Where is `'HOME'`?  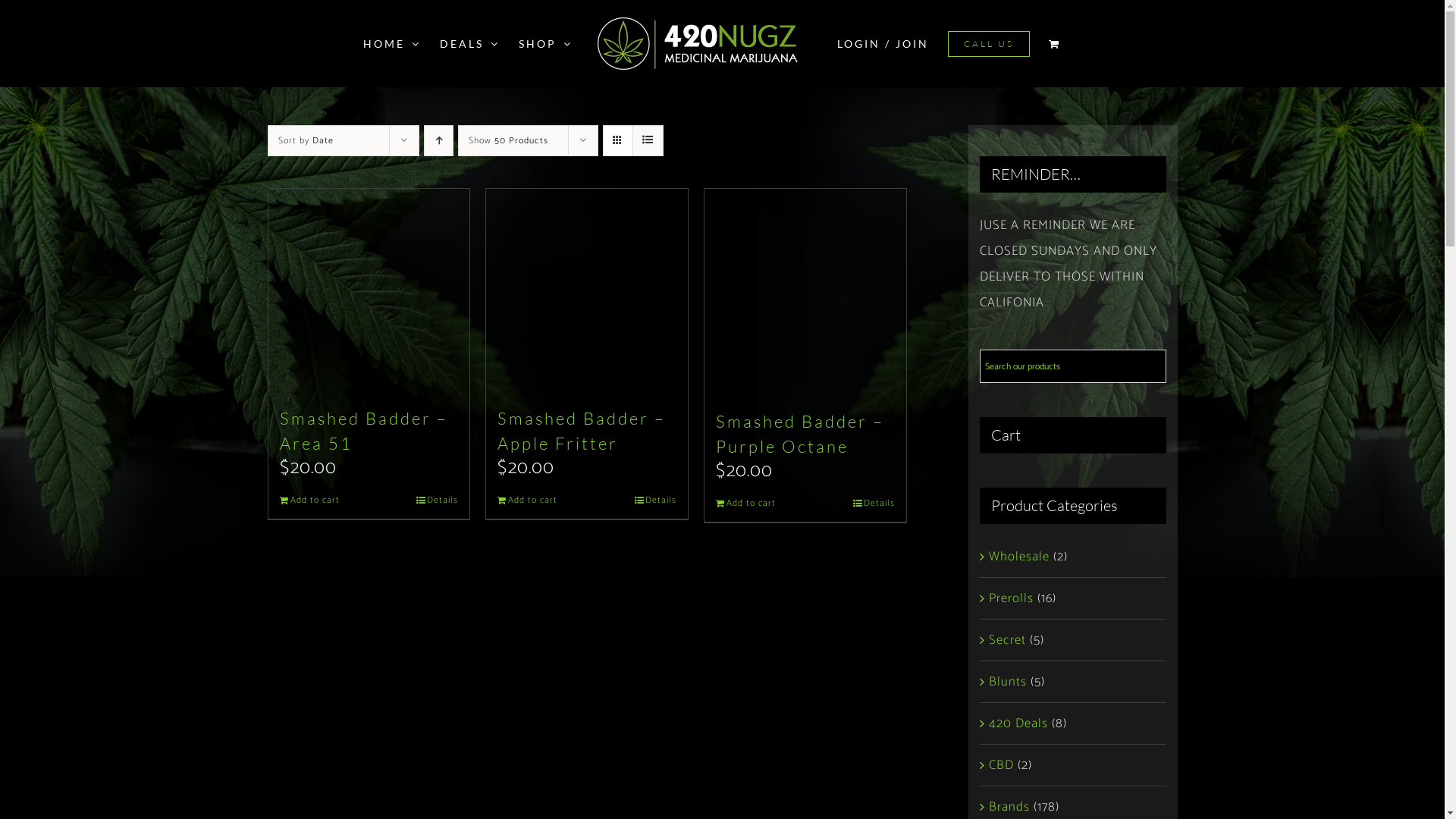
'HOME' is located at coordinates (391, 42).